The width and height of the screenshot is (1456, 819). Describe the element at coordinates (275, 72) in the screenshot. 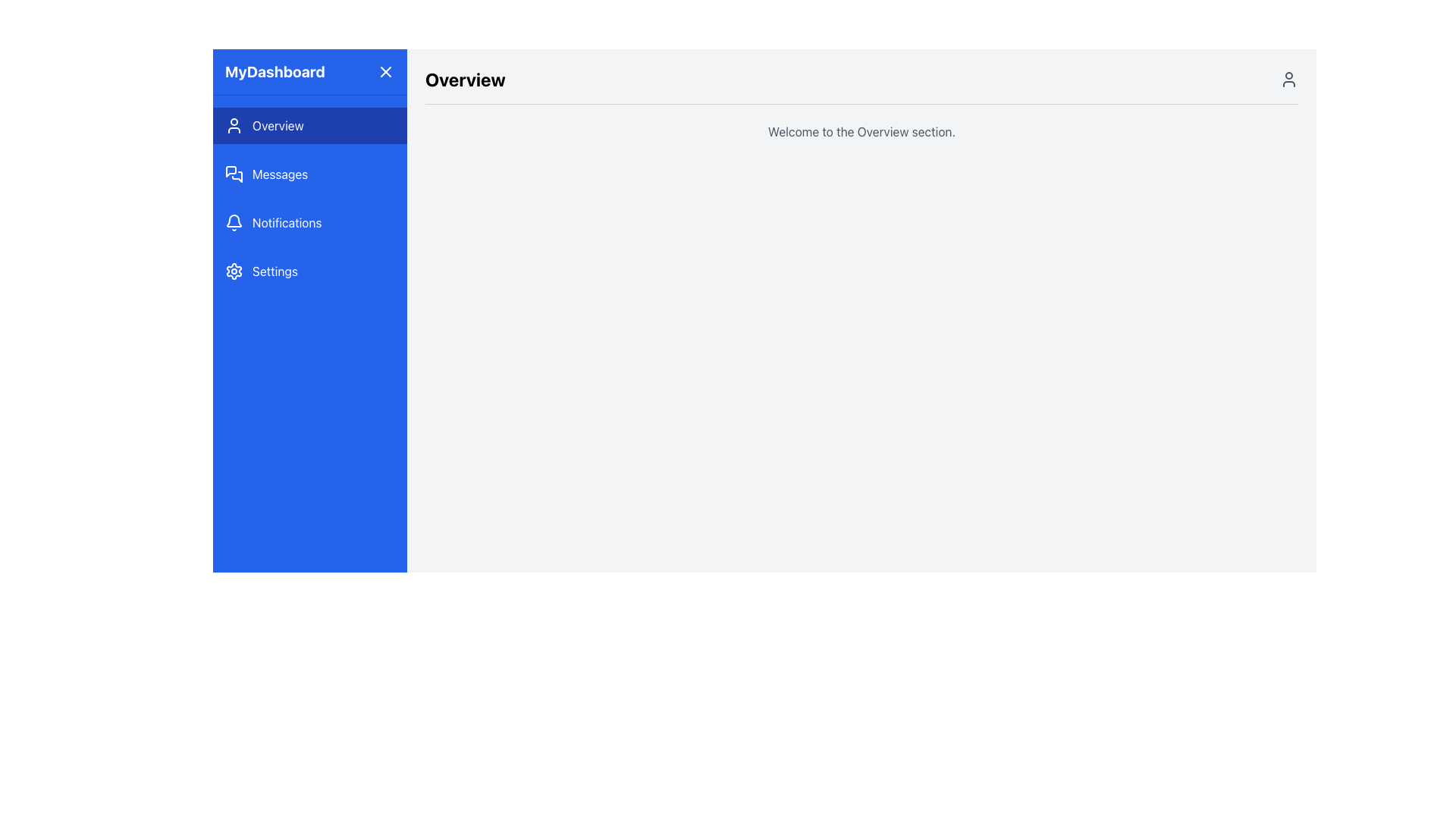

I see `text label 'MyDashboard' which is styled in bold and large font, located in the top-left corner of the interface within the header section of a sidebar` at that location.